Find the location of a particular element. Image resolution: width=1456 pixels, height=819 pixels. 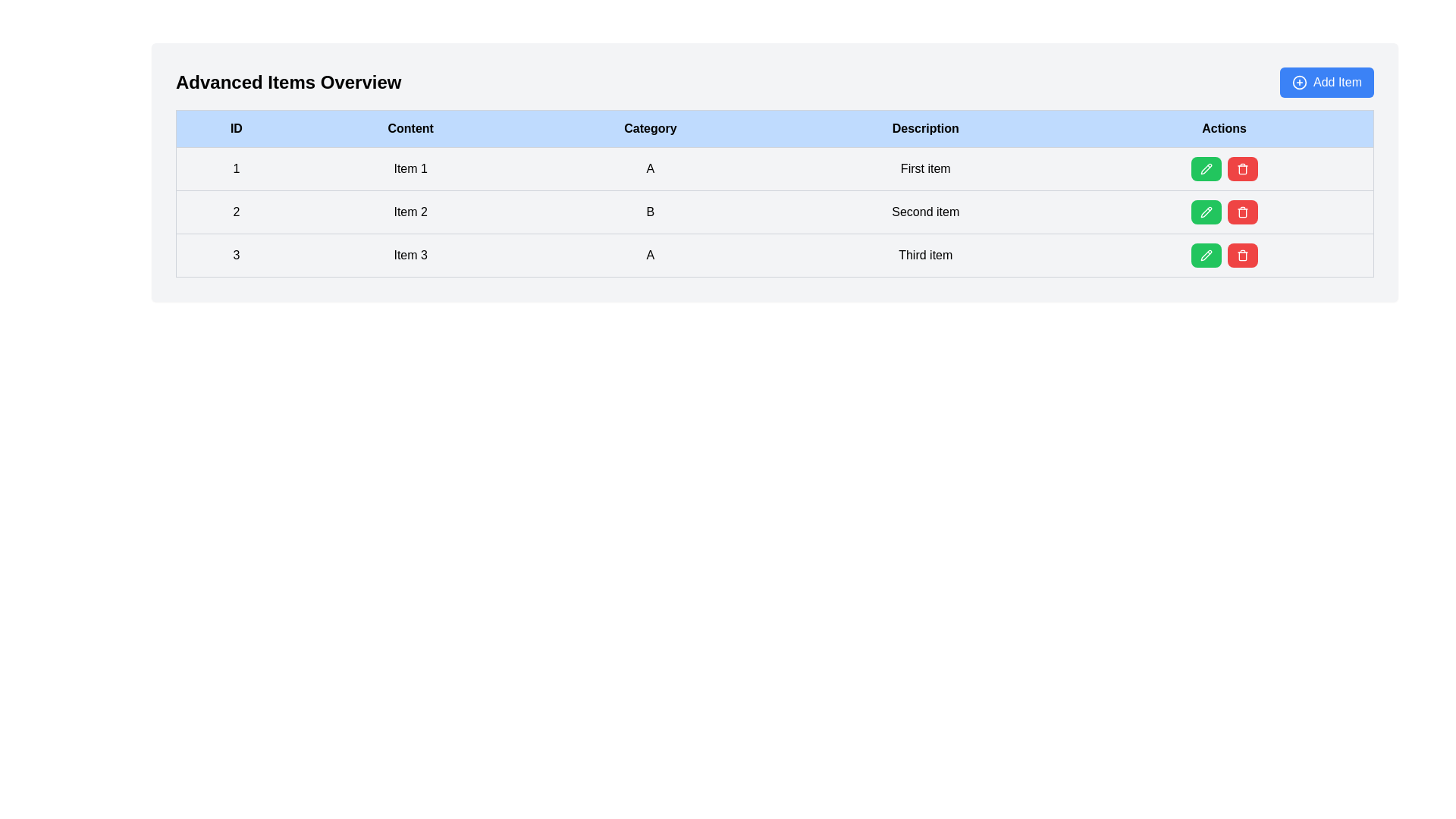

the text label containing the numeral '2' in the first cell of the second row under the 'ID' column of the table for detailed accessibility description is located at coordinates (235, 212).